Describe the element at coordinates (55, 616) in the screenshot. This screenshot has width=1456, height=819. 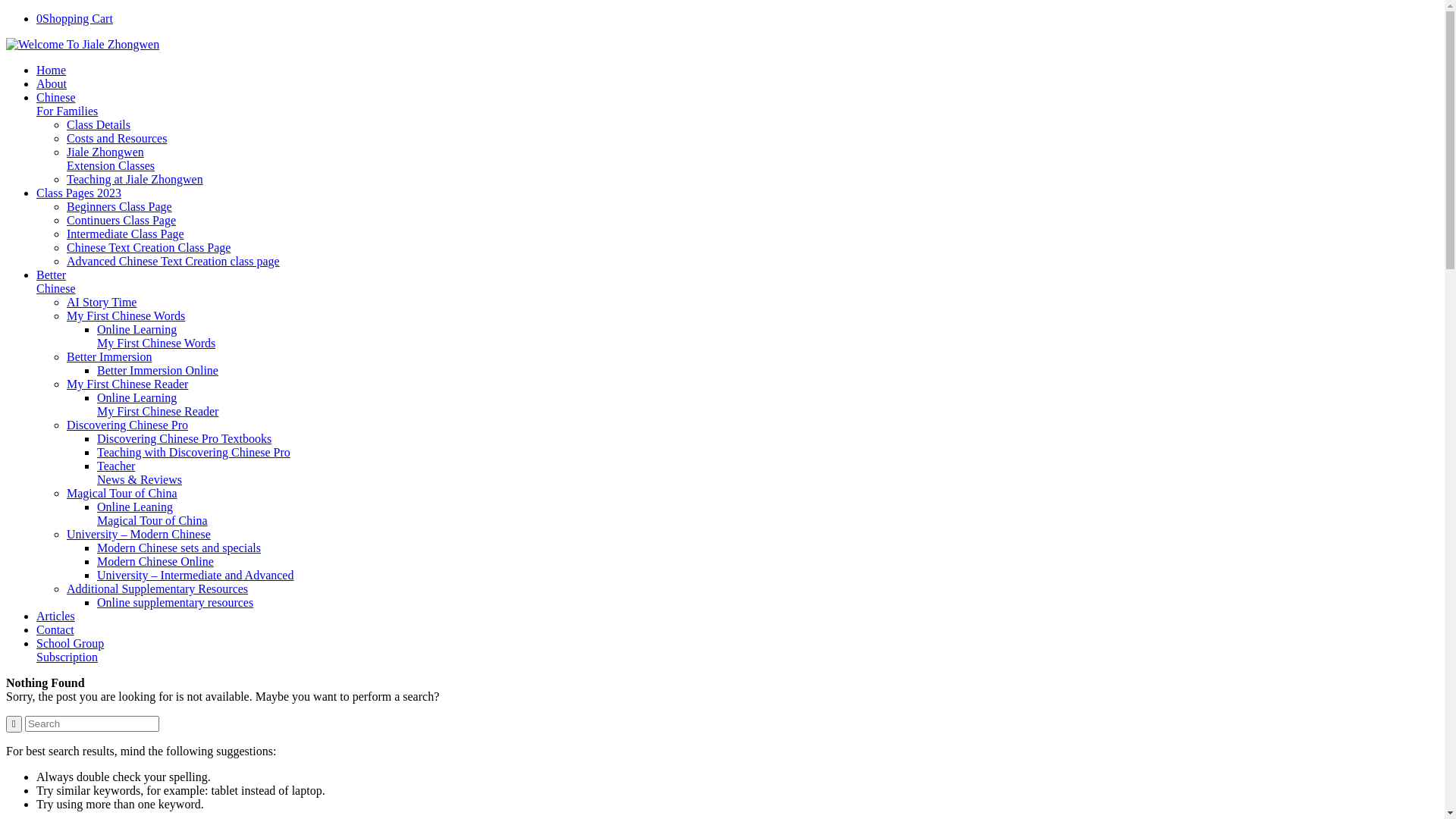
I see `'Articles'` at that location.